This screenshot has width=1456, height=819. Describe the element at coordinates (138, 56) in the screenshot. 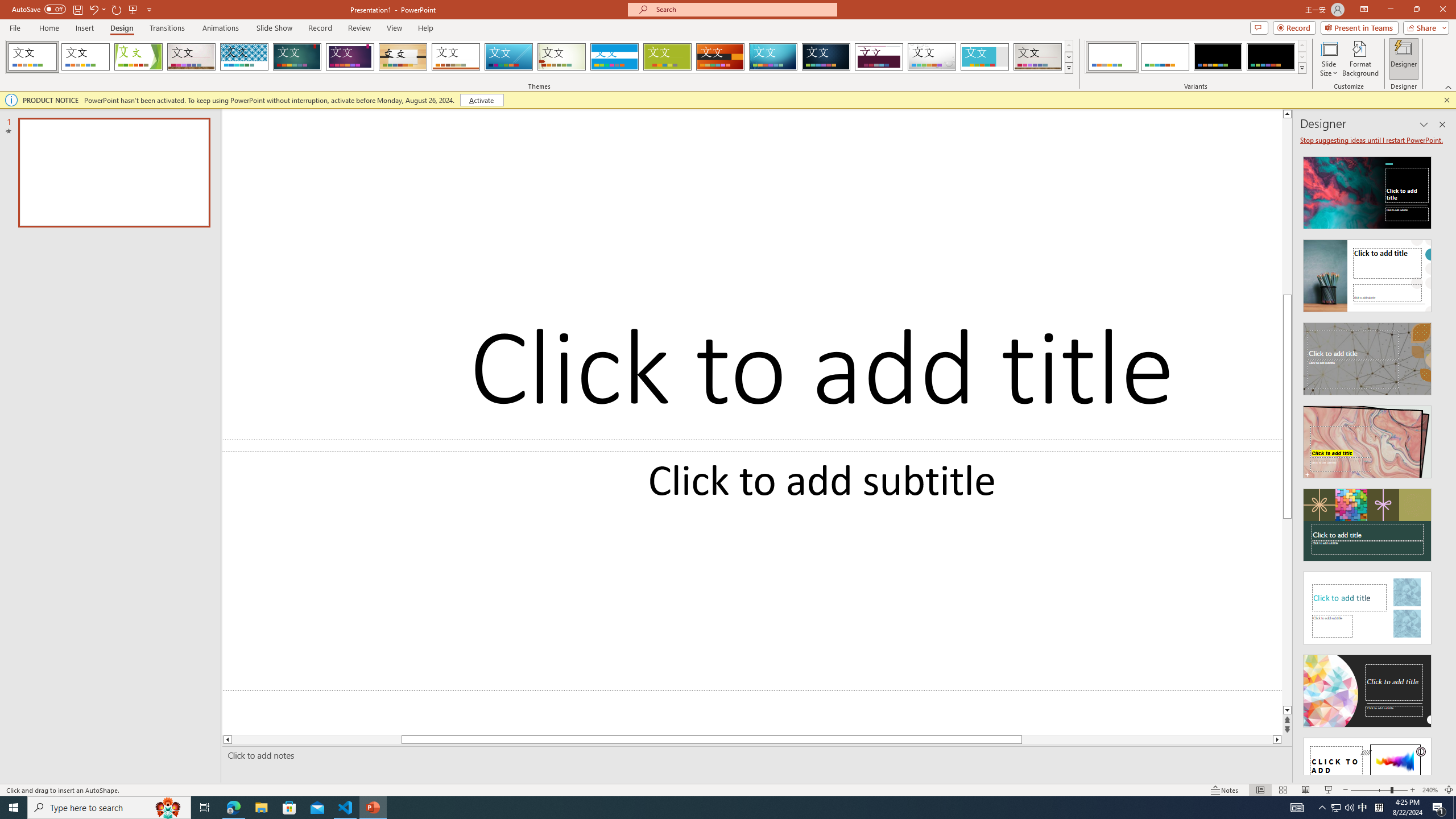

I see `'Facet'` at that location.